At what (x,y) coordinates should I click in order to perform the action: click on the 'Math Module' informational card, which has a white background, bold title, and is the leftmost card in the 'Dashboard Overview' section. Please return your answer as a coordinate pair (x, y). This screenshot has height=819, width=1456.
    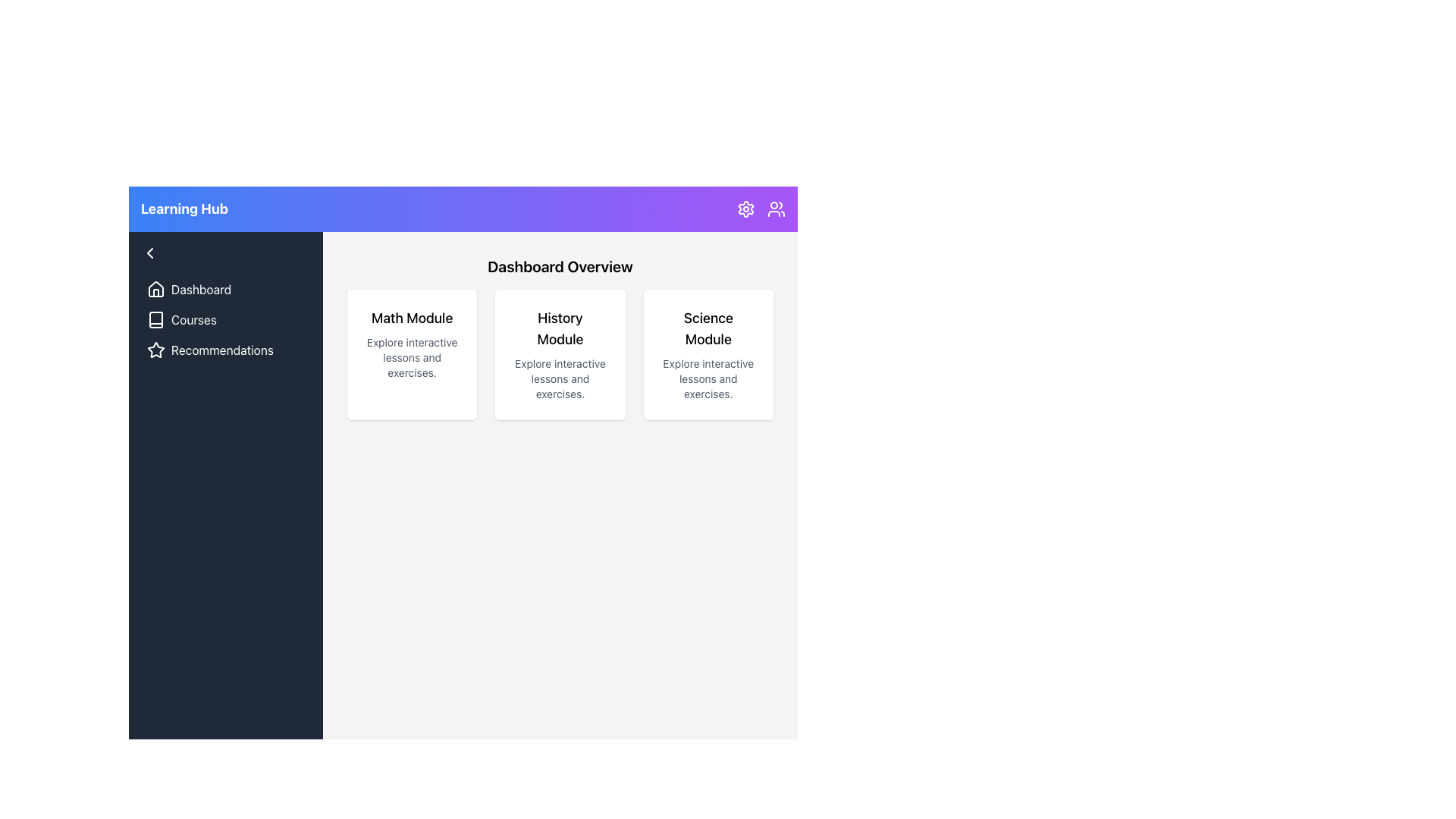
    Looking at the image, I should click on (412, 354).